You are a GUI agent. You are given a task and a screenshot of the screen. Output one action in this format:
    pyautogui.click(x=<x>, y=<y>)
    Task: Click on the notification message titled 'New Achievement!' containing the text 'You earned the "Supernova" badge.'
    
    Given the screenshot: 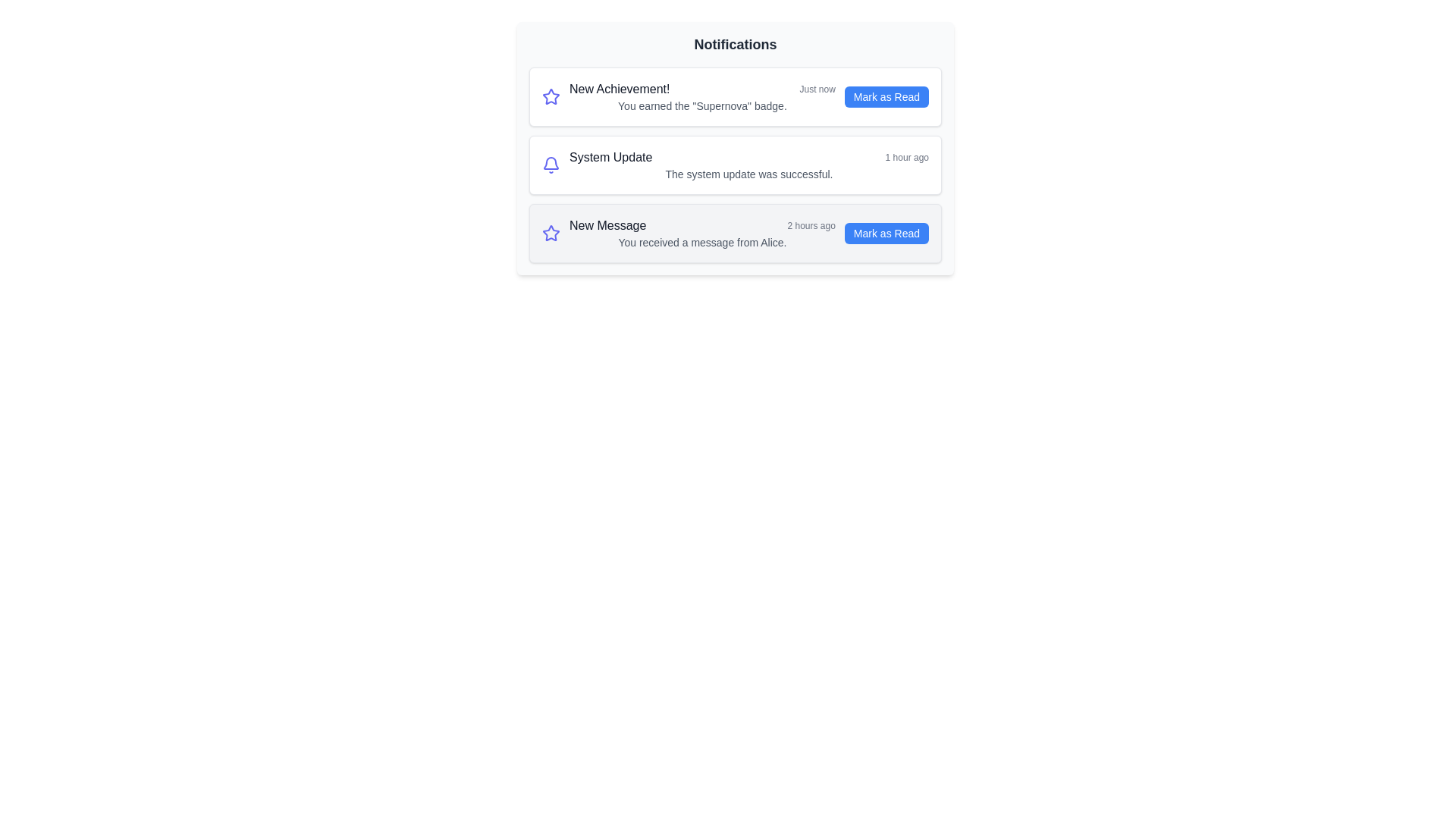 What is the action you would take?
    pyautogui.click(x=701, y=96)
    